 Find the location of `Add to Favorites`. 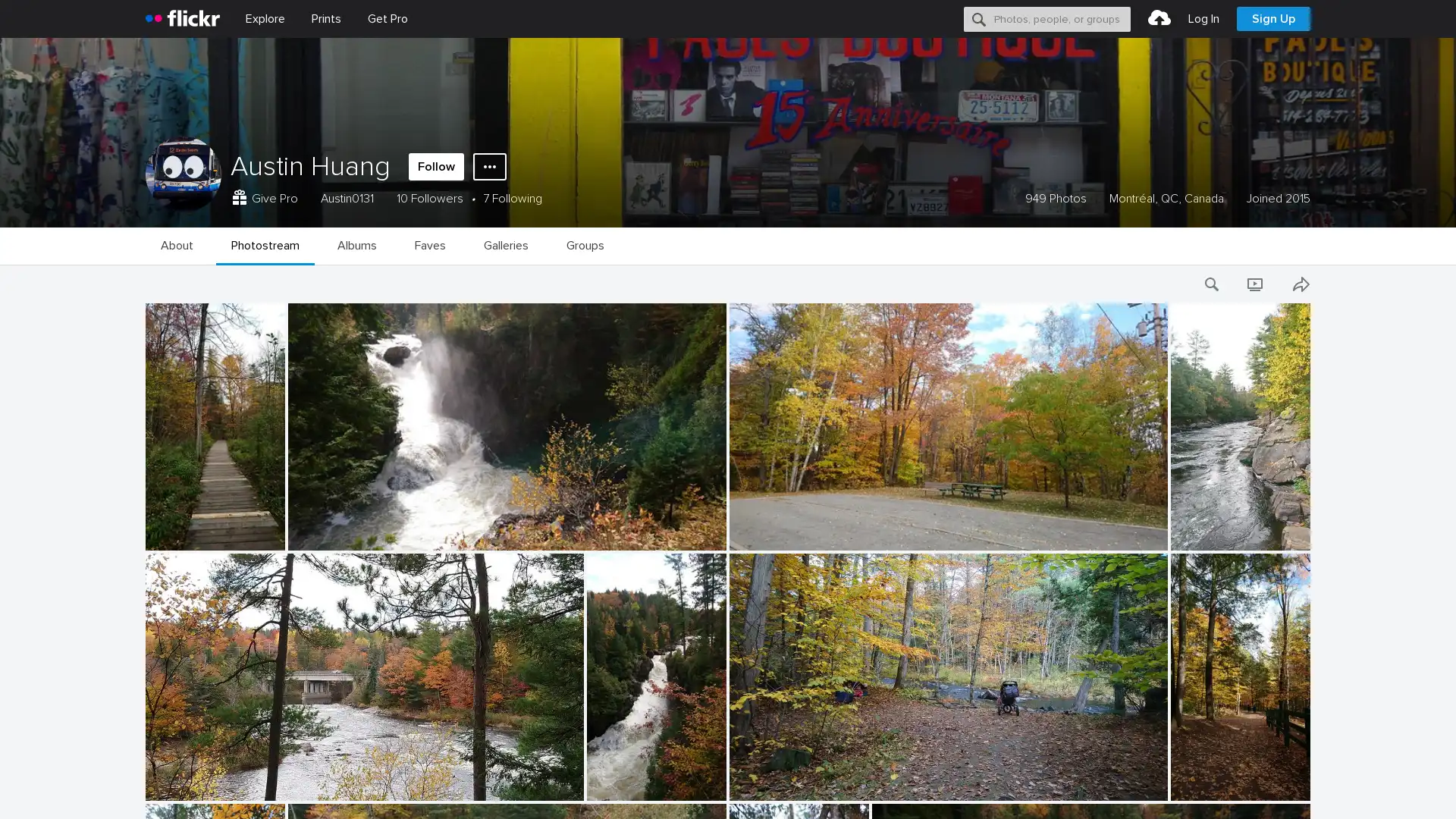

Add to Favorites is located at coordinates (146, 535).